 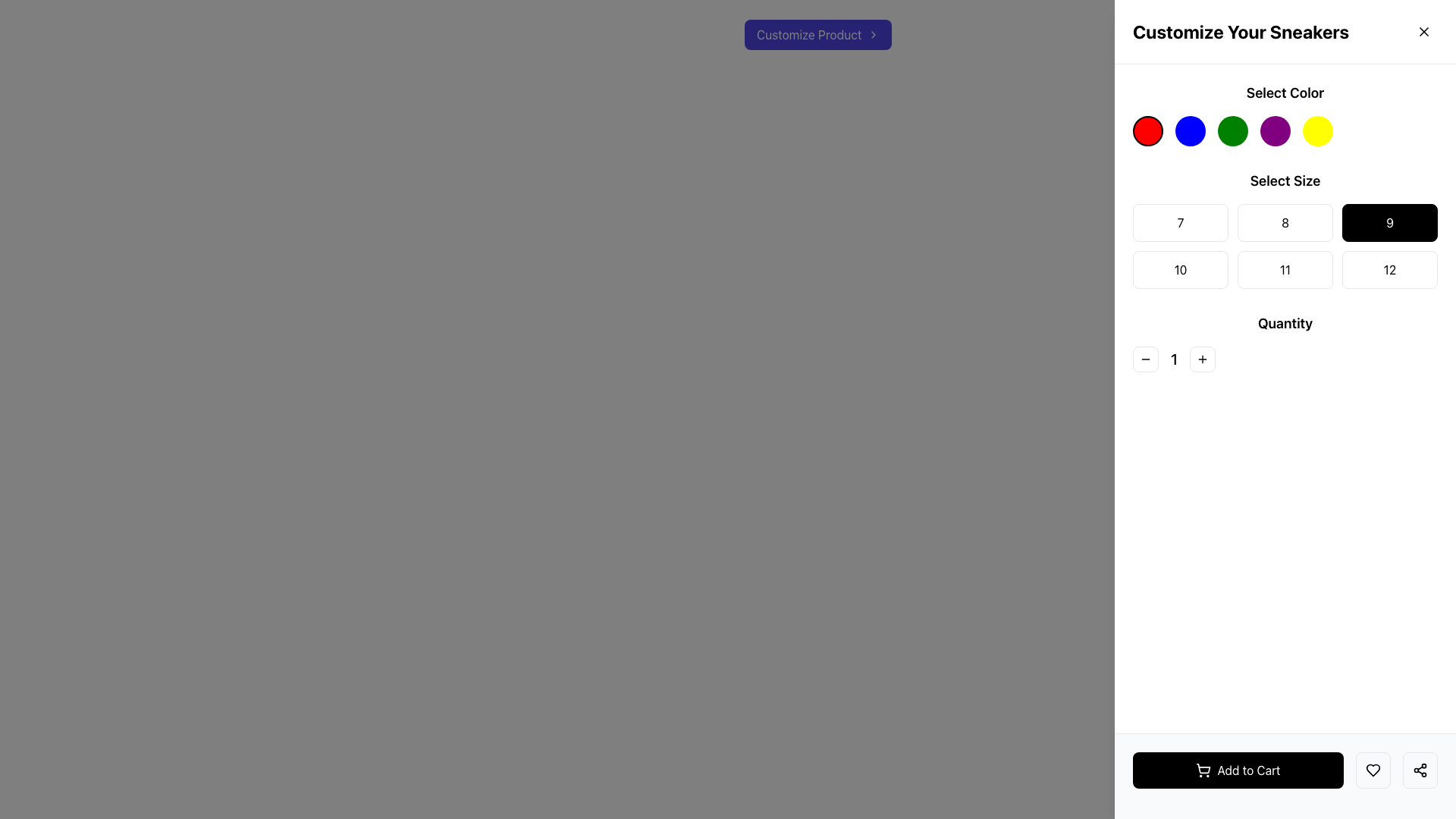 I want to click on the icon button with a plus sign symbol located in the quantity adjustment region, so click(x=1202, y=359).